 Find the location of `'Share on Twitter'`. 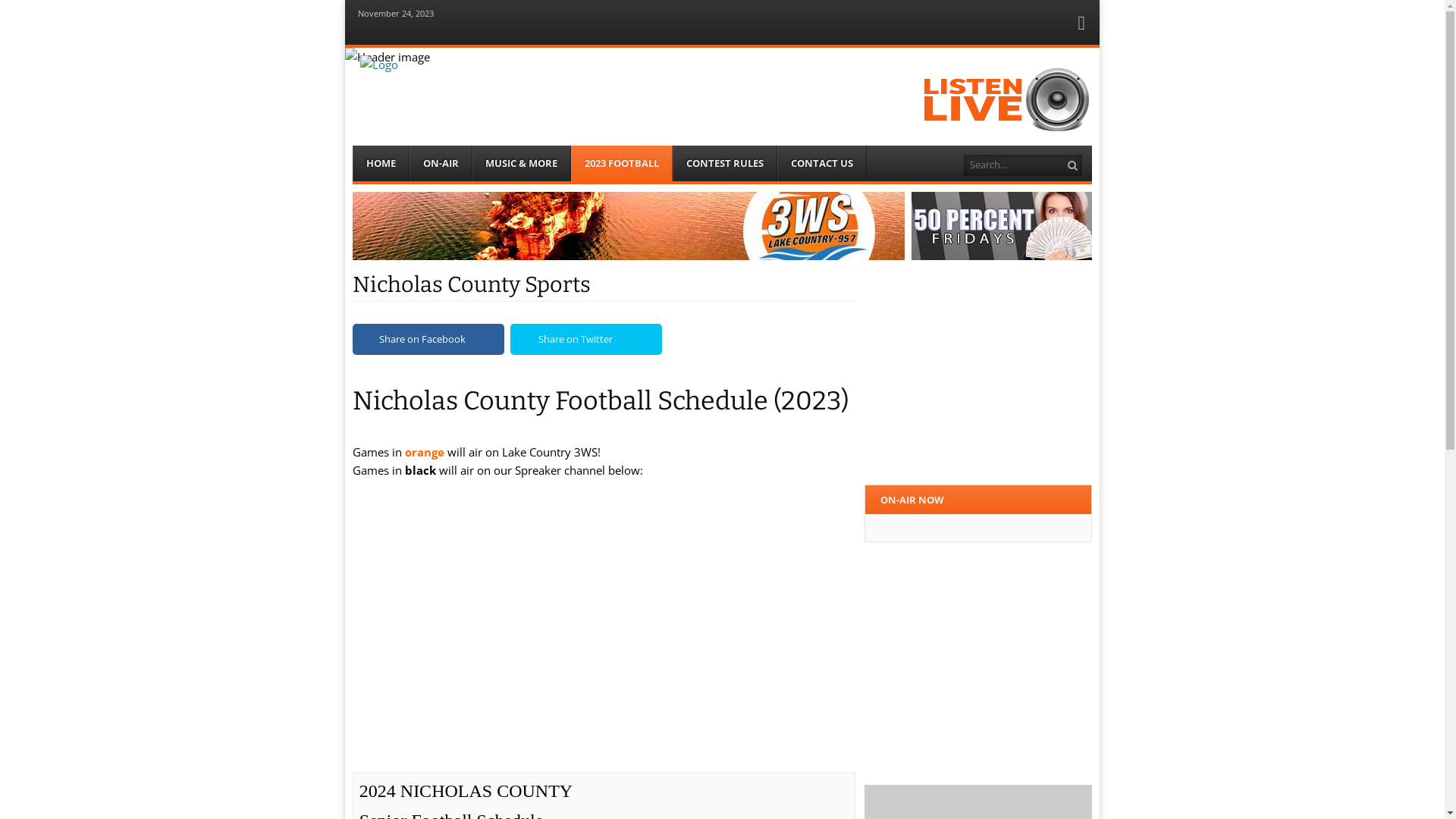

'Share on Twitter' is located at coordinates (585, 338).